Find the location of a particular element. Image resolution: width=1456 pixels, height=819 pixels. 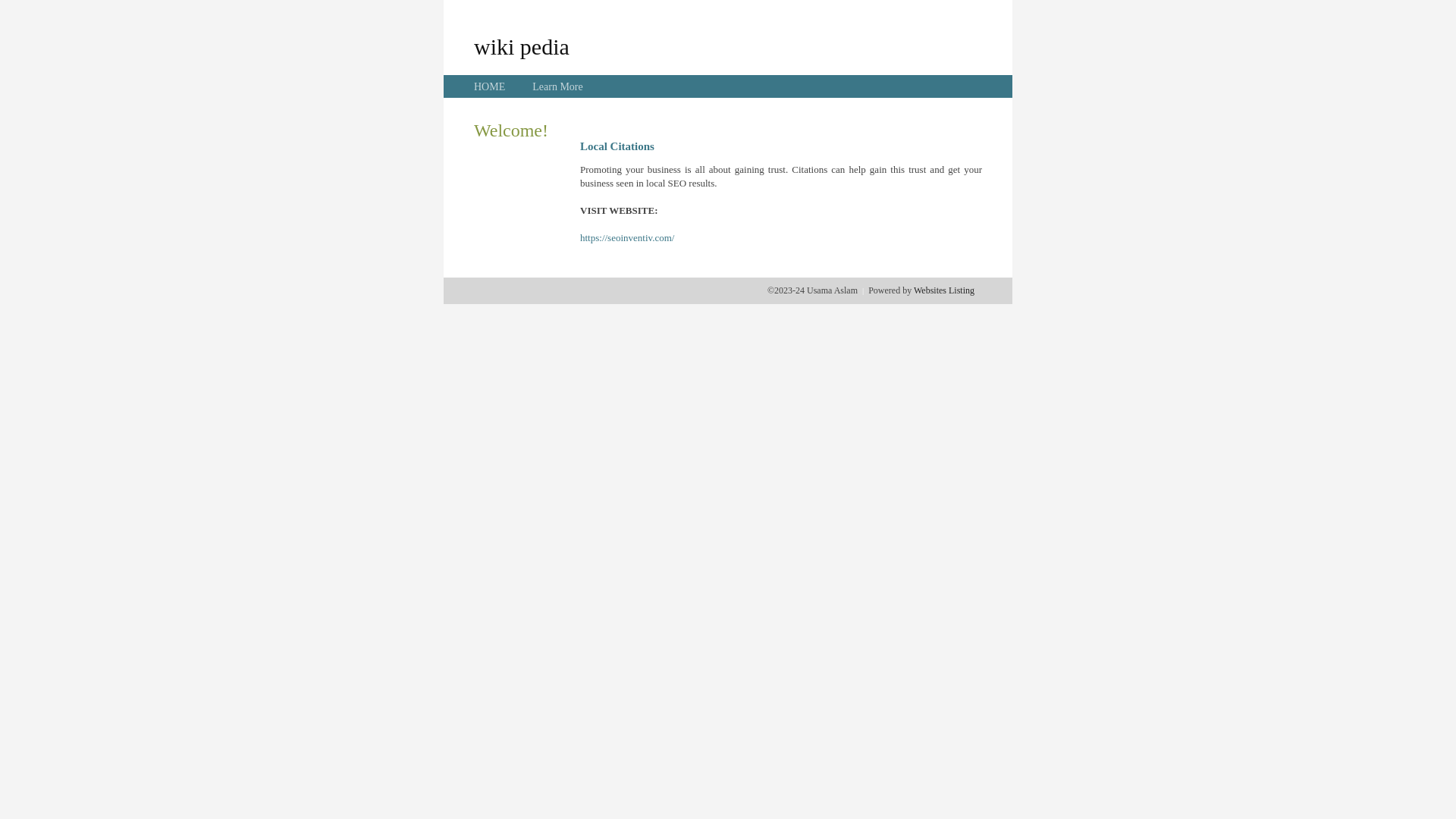

'wiki pedia' is located at coordinates (472, 45).